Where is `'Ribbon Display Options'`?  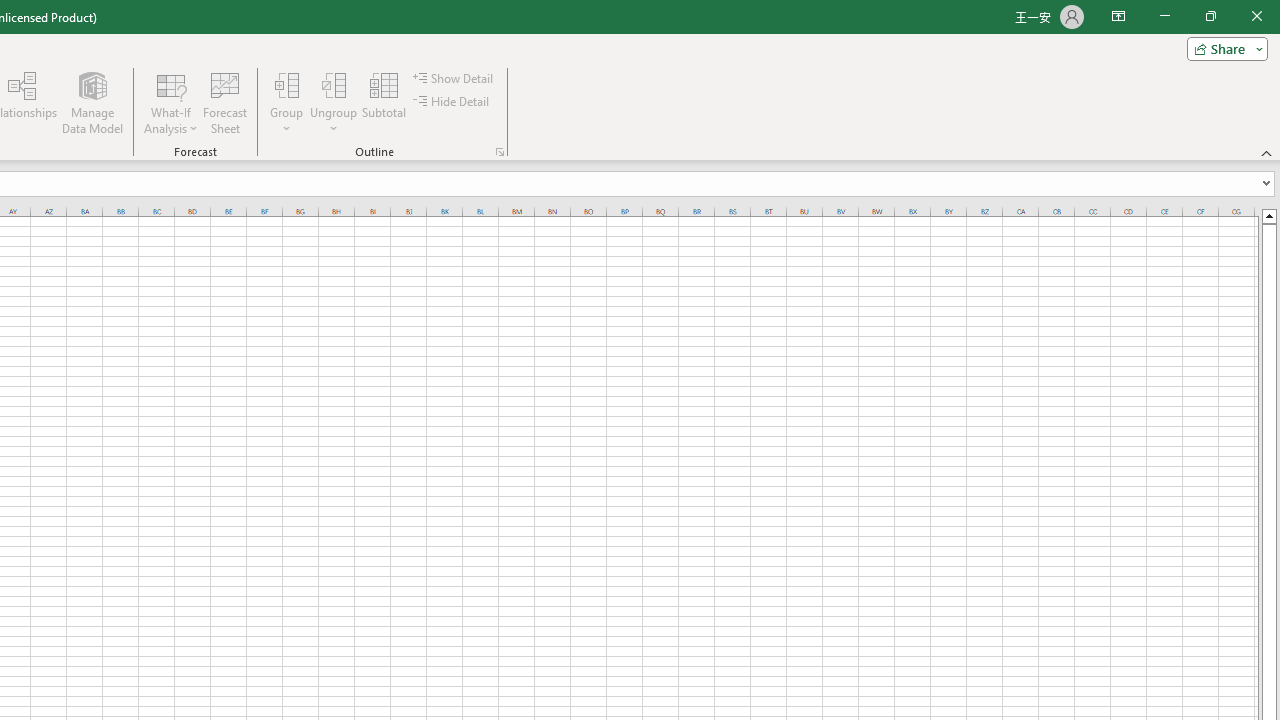 'Ribbon Display Options' is located at coordinates (1117, 16).